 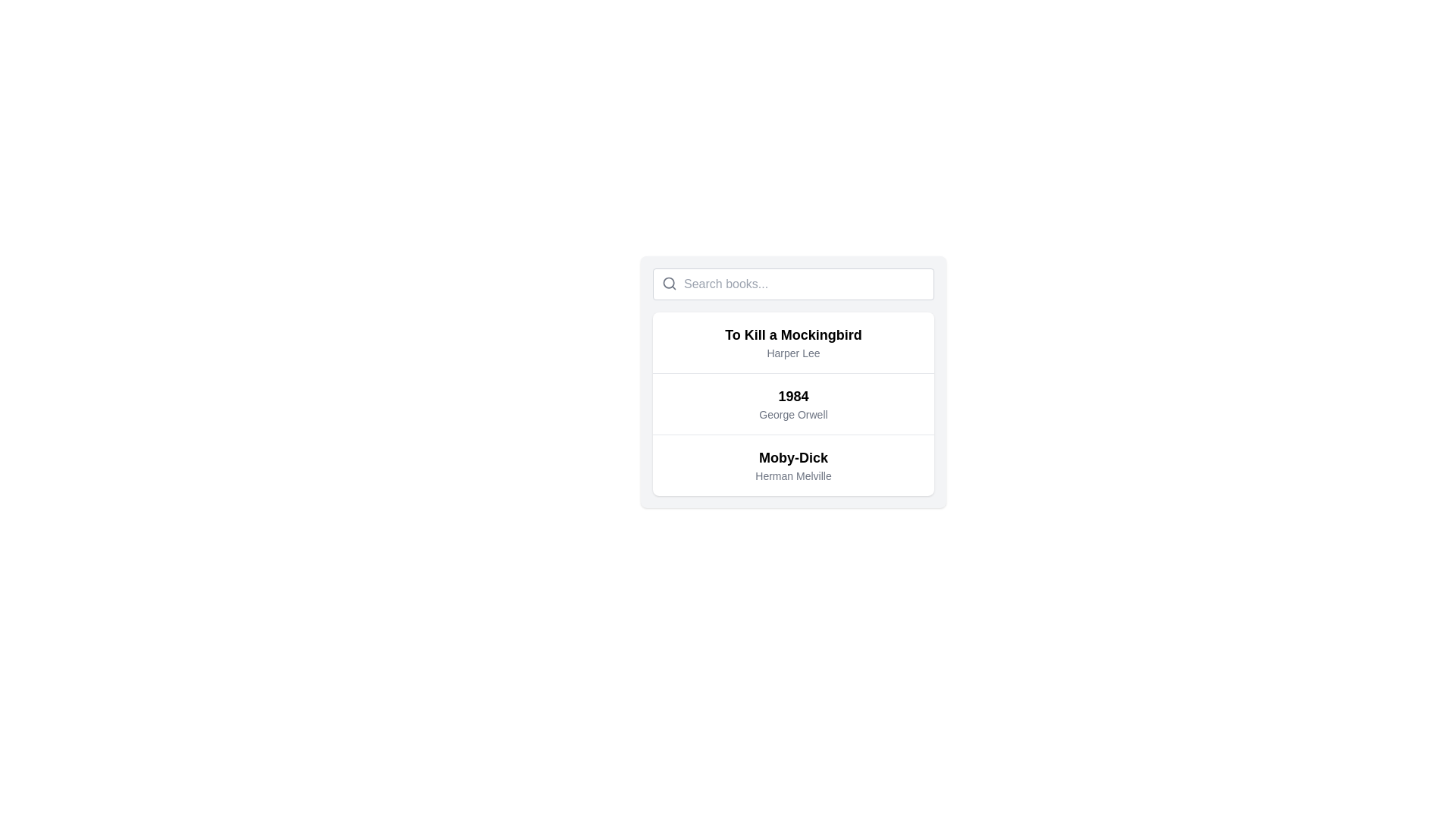 I want to click on the bold, capitalized text label reading 'Moby-Dick' which is positioned above the smaller text 'Herman Melville', so click(x=792, y=457).